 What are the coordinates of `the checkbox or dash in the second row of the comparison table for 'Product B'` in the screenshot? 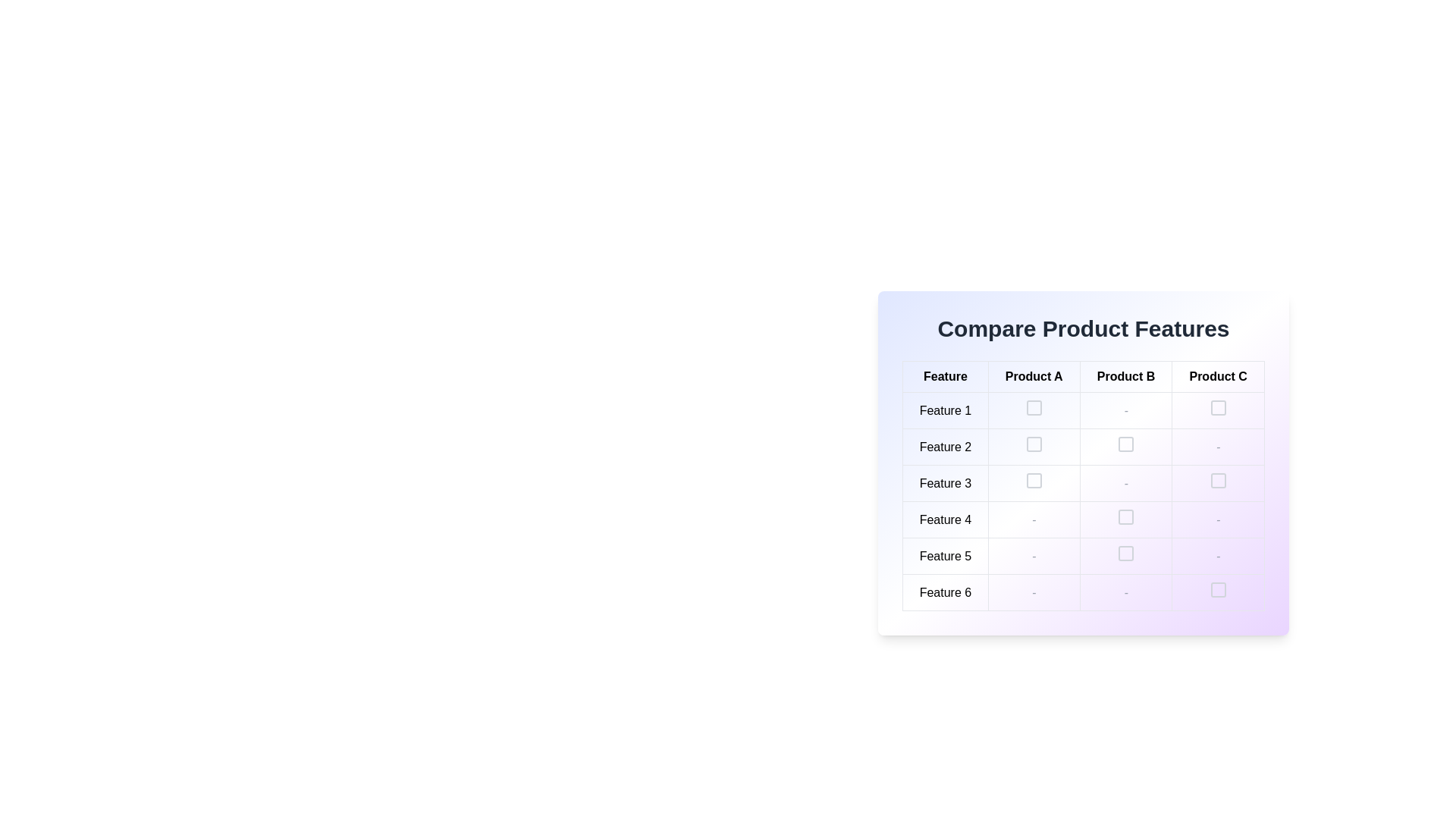 It's located at (1083, 462).